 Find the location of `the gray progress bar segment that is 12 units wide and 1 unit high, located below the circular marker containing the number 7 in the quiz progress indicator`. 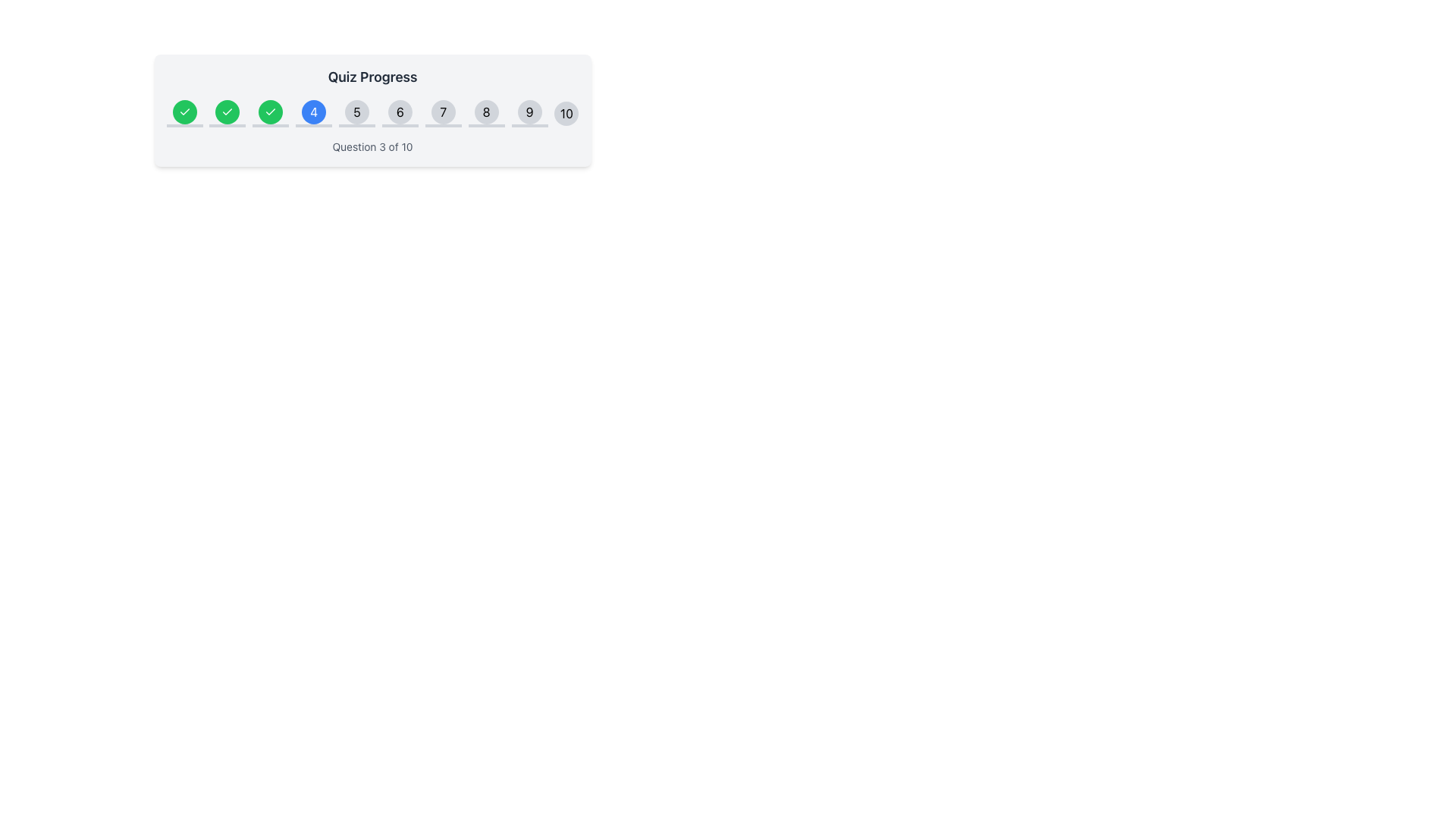

the gray progress bar segment that is 12 units wide and 1 unit high, located below the circular marker containing the number 7 in the quiz progress indicator is located at coordinates (442, 124).